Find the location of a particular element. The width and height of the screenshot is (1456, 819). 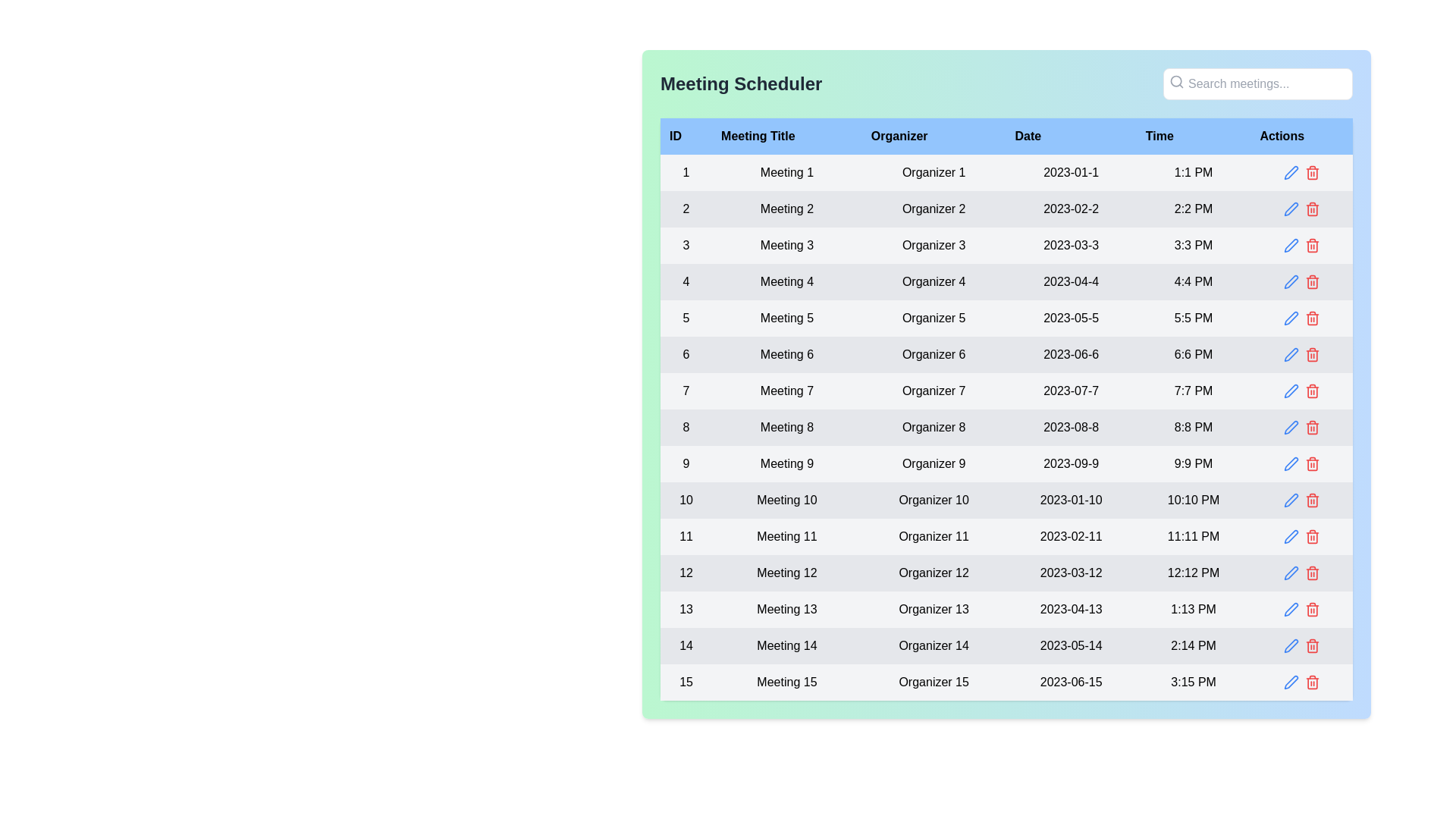

the delete icon in the 'Actions' column of the row labeled 'Meeting 4' is located at coordinates (1311, 281).